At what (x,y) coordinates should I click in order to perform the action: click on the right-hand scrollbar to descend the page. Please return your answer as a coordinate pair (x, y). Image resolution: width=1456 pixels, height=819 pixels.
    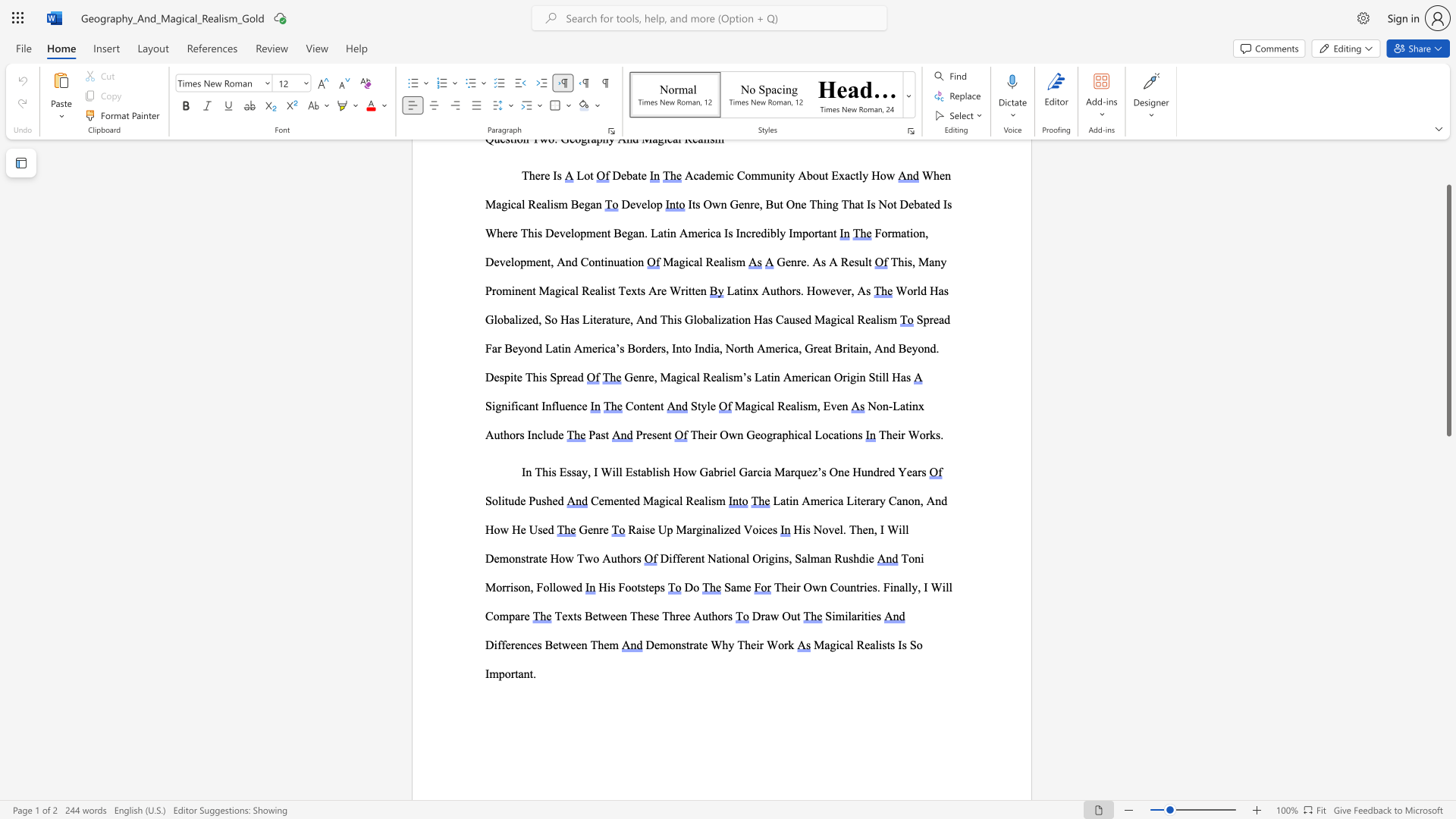
    Looking at the image, I should click on (1448, 476).